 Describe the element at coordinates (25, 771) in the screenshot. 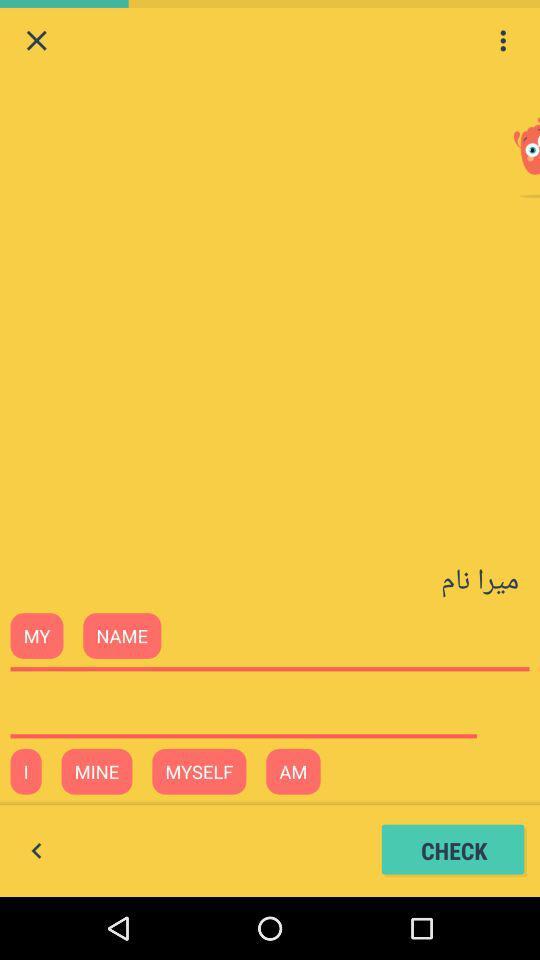

I see `i beside mine at the bottom of the web page` at that location.